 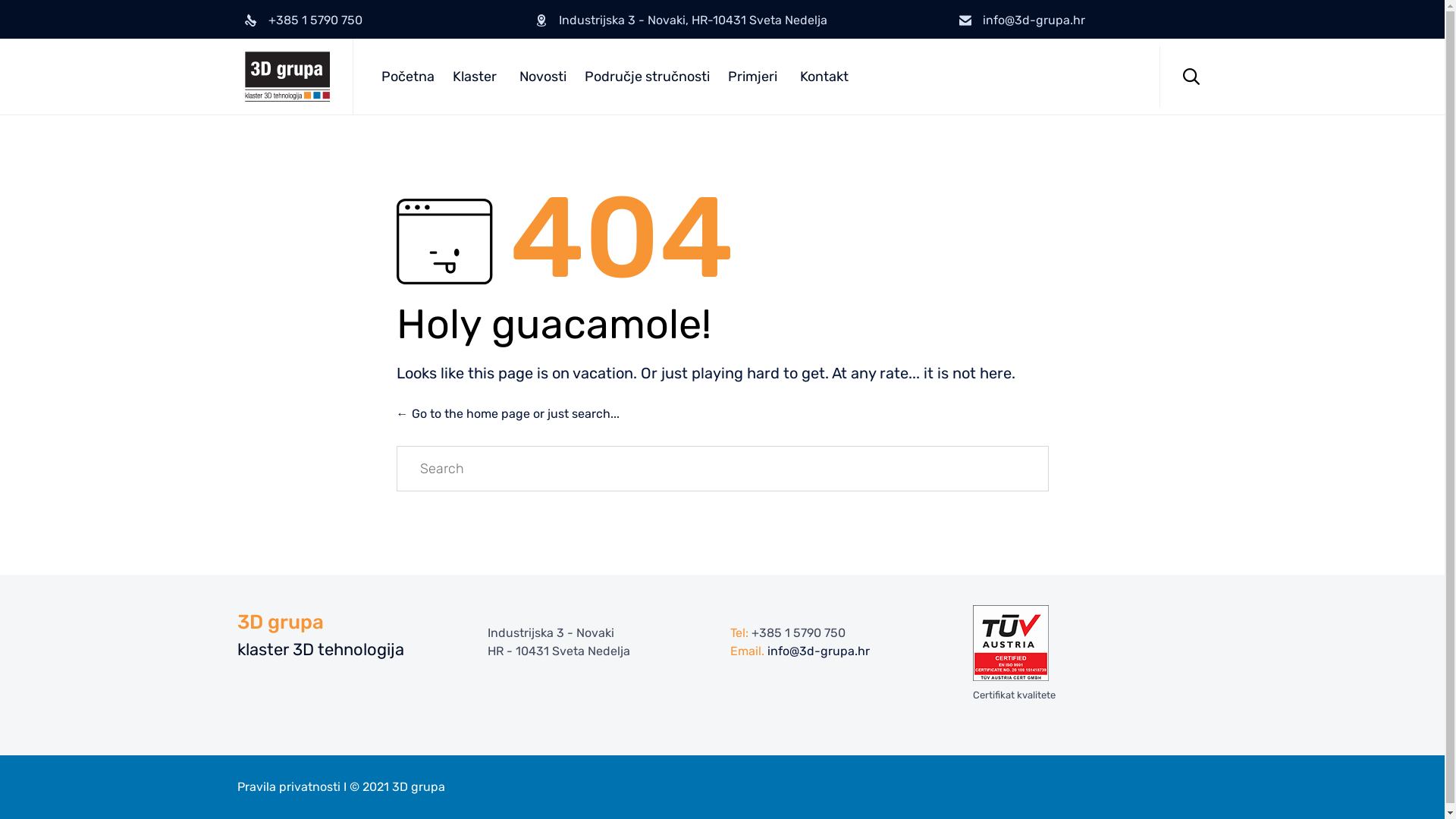 I want to click on 'Kontakt', so click(x=822, y=76).